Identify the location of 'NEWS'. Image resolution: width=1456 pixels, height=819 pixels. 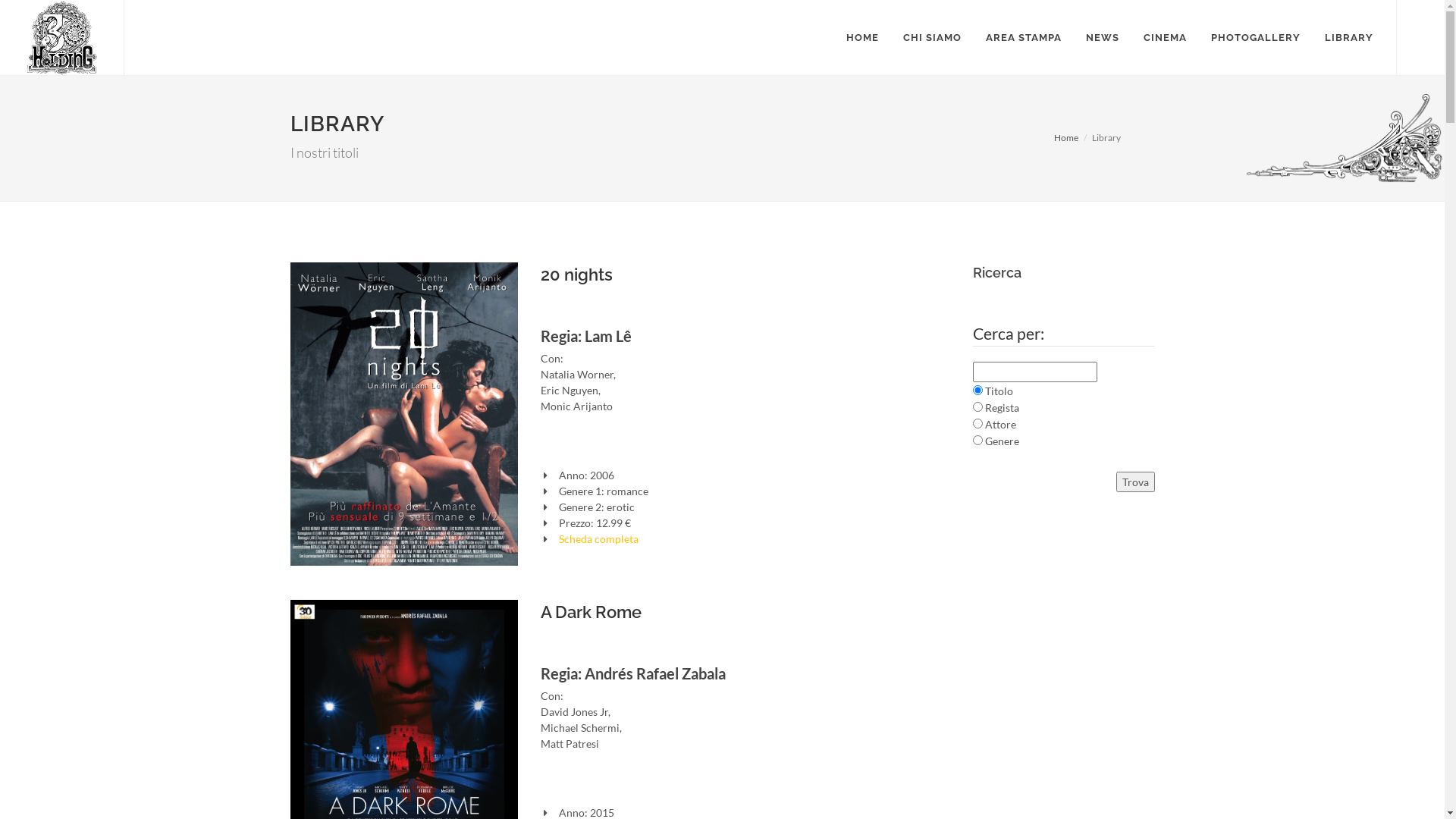
(1103, 37).